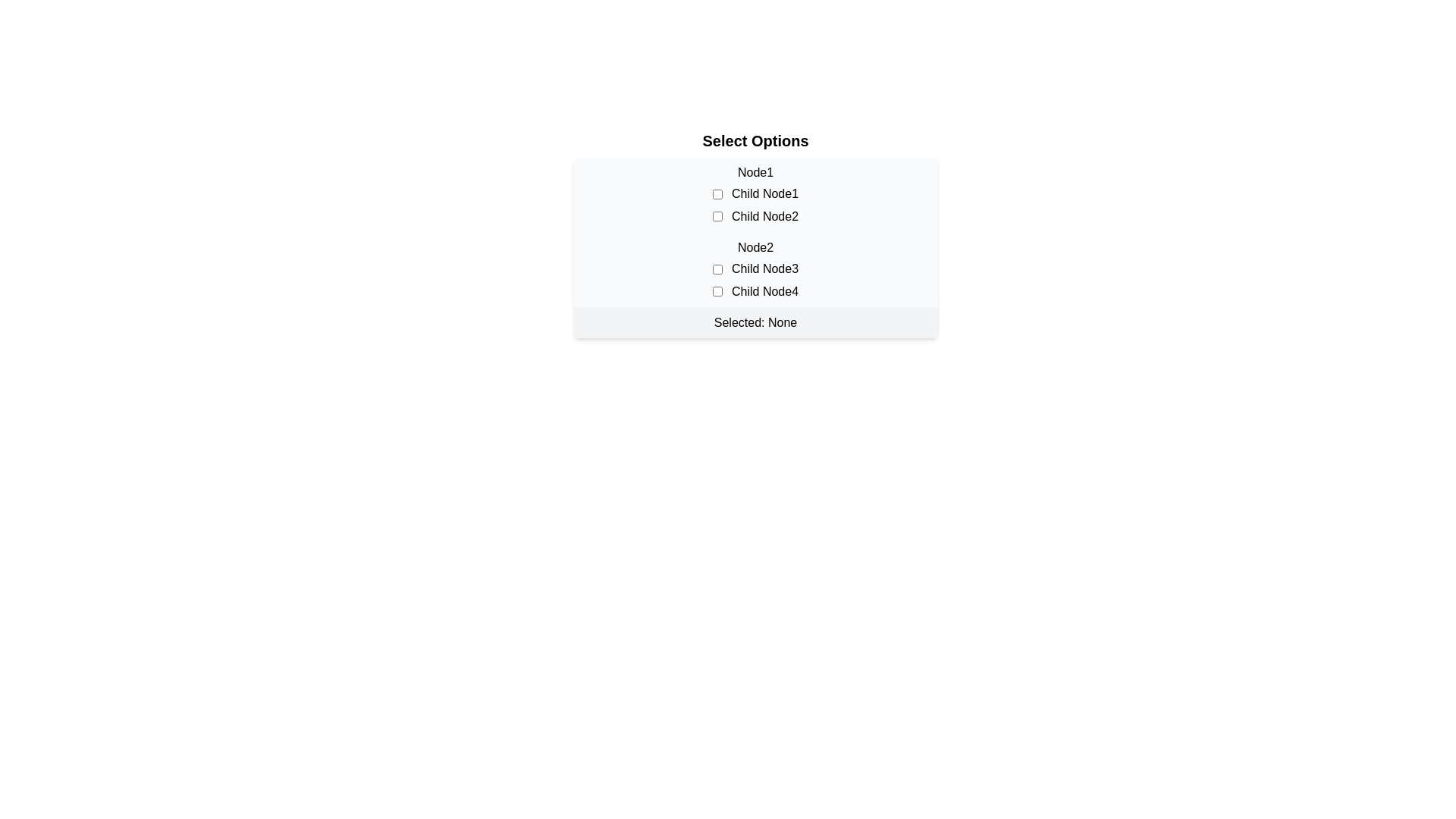 The height and width of the screenshot is (819, 1456). I want to click on the selection interface element that allows users to make specific selections among the options provided, located beneath the title 'Select Options', so click(755, 247).